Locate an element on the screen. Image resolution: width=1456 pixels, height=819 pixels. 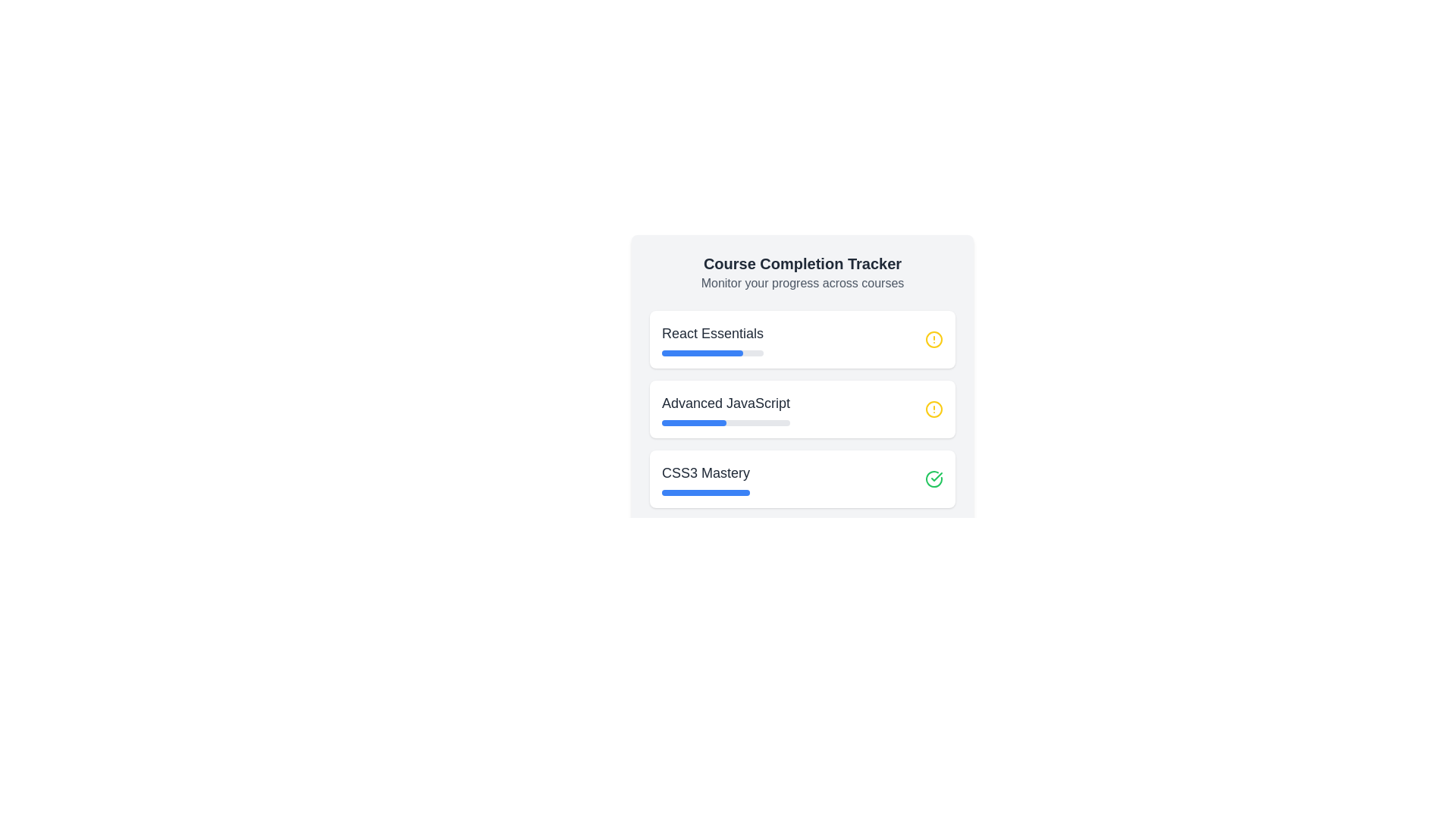
progress bar of the Advanced JavaScript course progress tracker, which is the second item in the list of course progress cards is located at coordinates (802, 409).